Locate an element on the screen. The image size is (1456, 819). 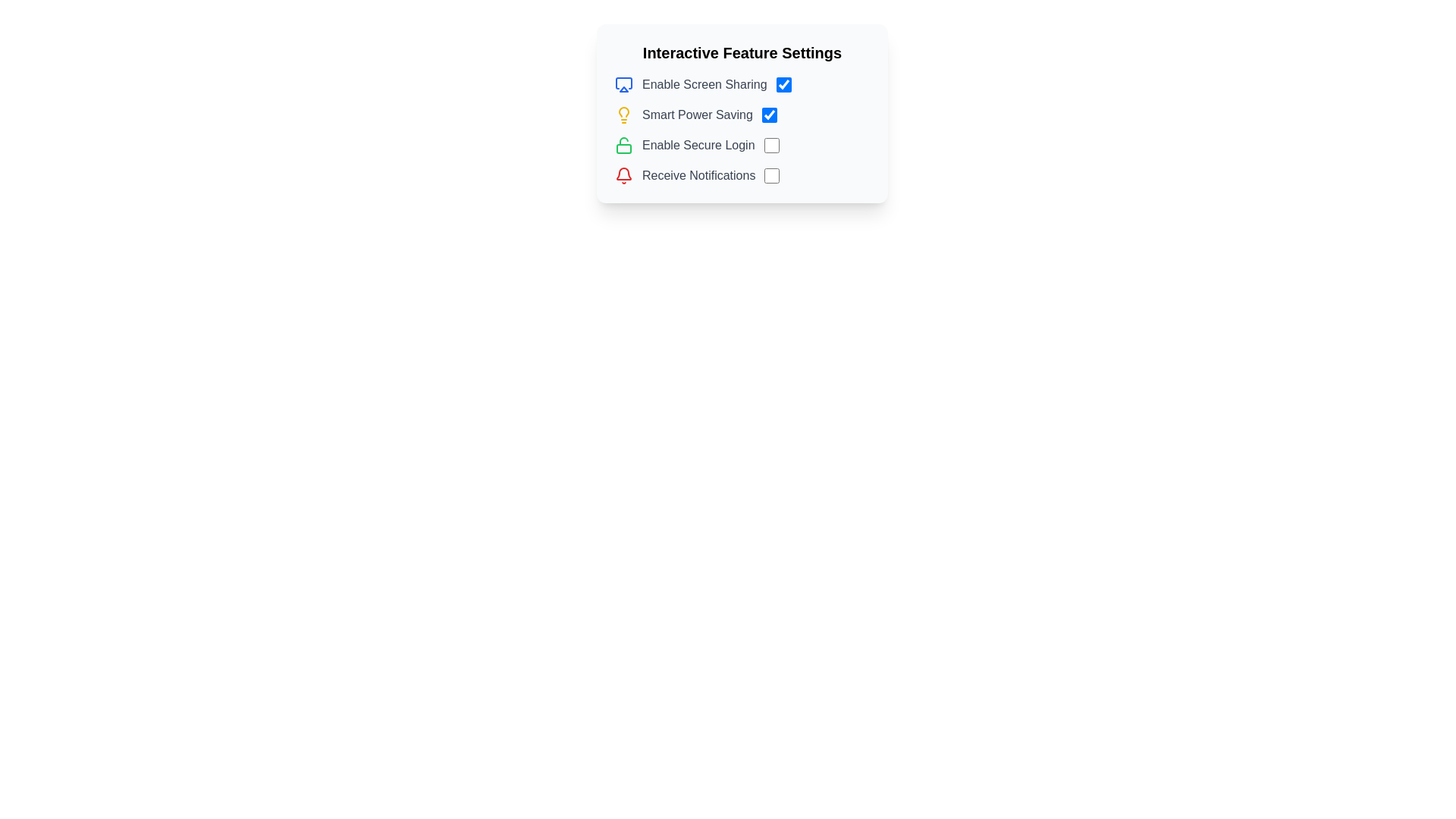
the checkbox for toggling the activation of the 'Smart Power Saving' feature is located at coordinates (769, 114).